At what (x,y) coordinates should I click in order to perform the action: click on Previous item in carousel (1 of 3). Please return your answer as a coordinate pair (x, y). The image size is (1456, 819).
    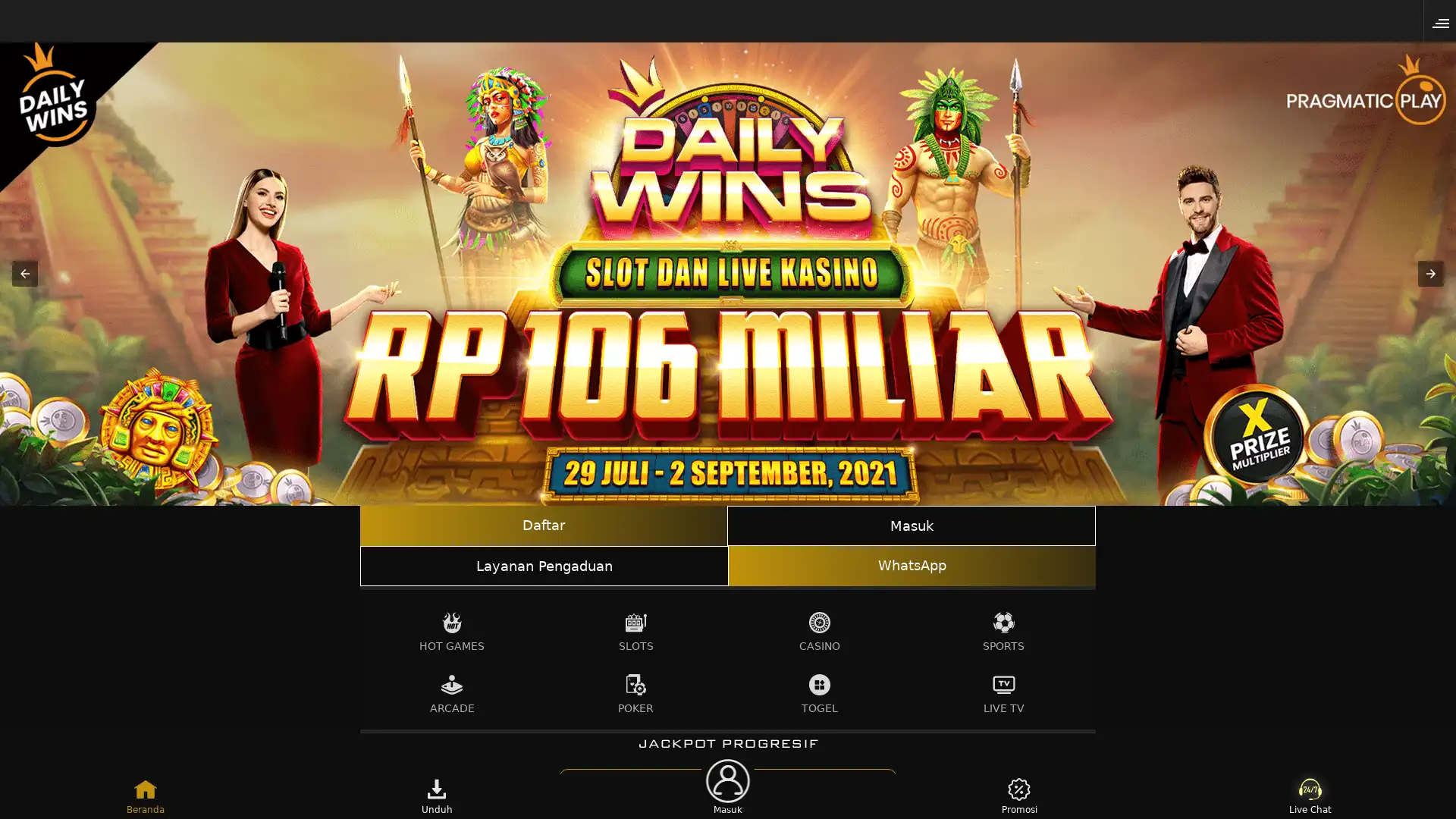
    Looking at the image, I should click on (25, 271).